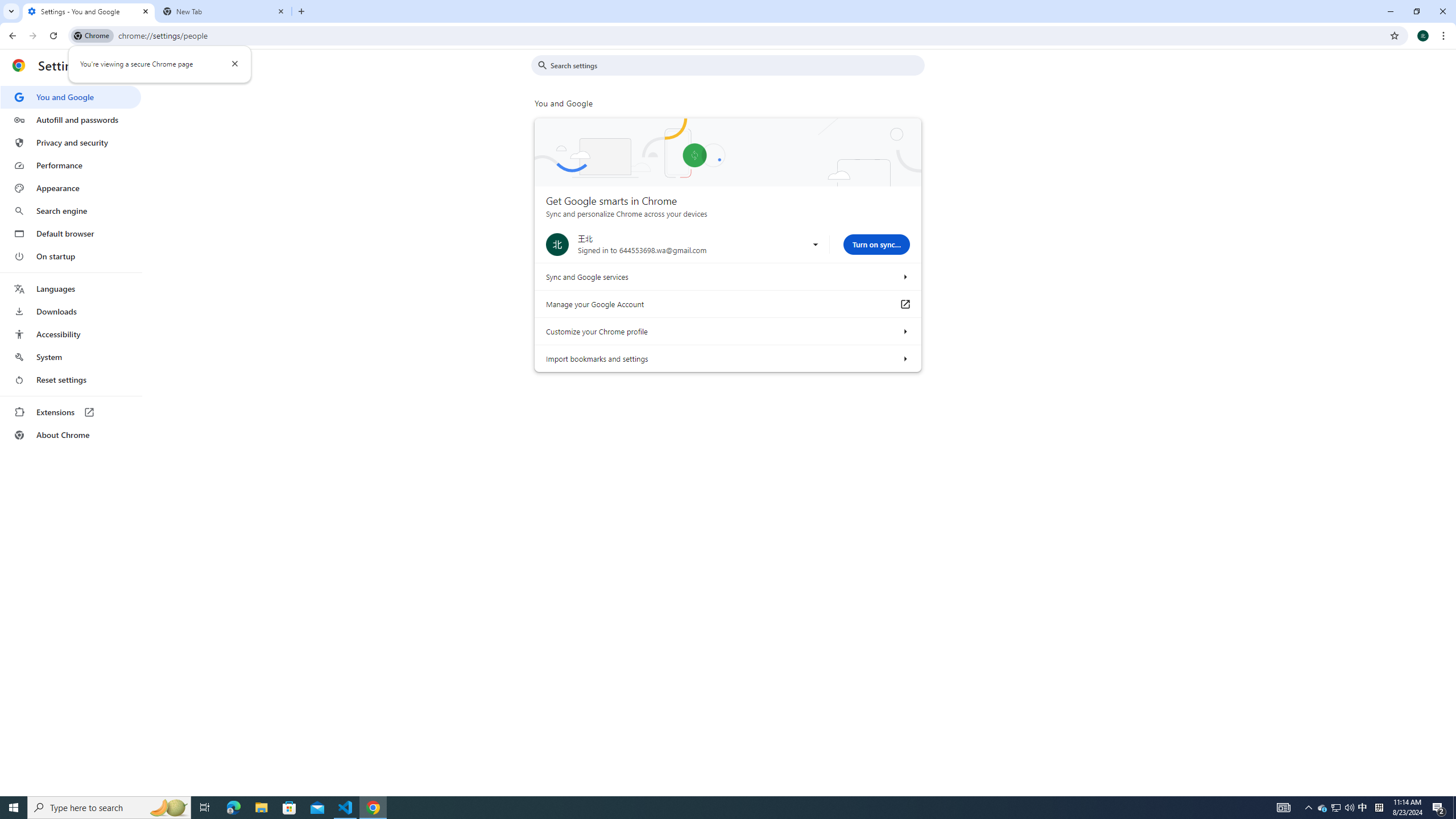  What do you see at coordinates (70, 188) in the screenshot?
I see `'Appearance'` at bounding box center [70, 188].